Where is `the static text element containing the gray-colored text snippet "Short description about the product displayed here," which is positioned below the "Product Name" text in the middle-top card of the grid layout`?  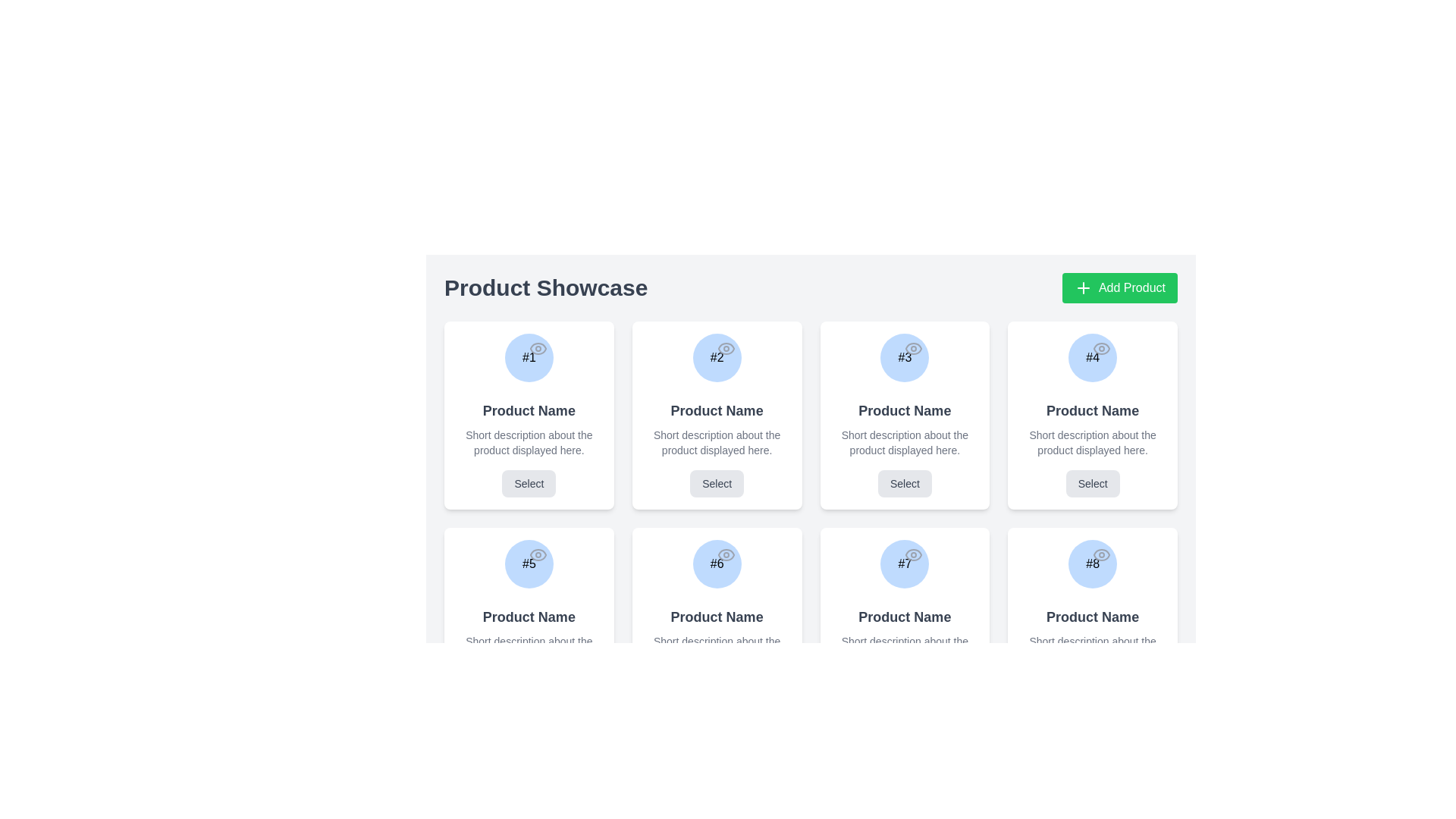
the static text element containing the gray-colored text snippet "Short description about the product displayed here," which is positioned below the "Product Name" text in the middle-top card of the grid layout is located at coordinates (716, 442).